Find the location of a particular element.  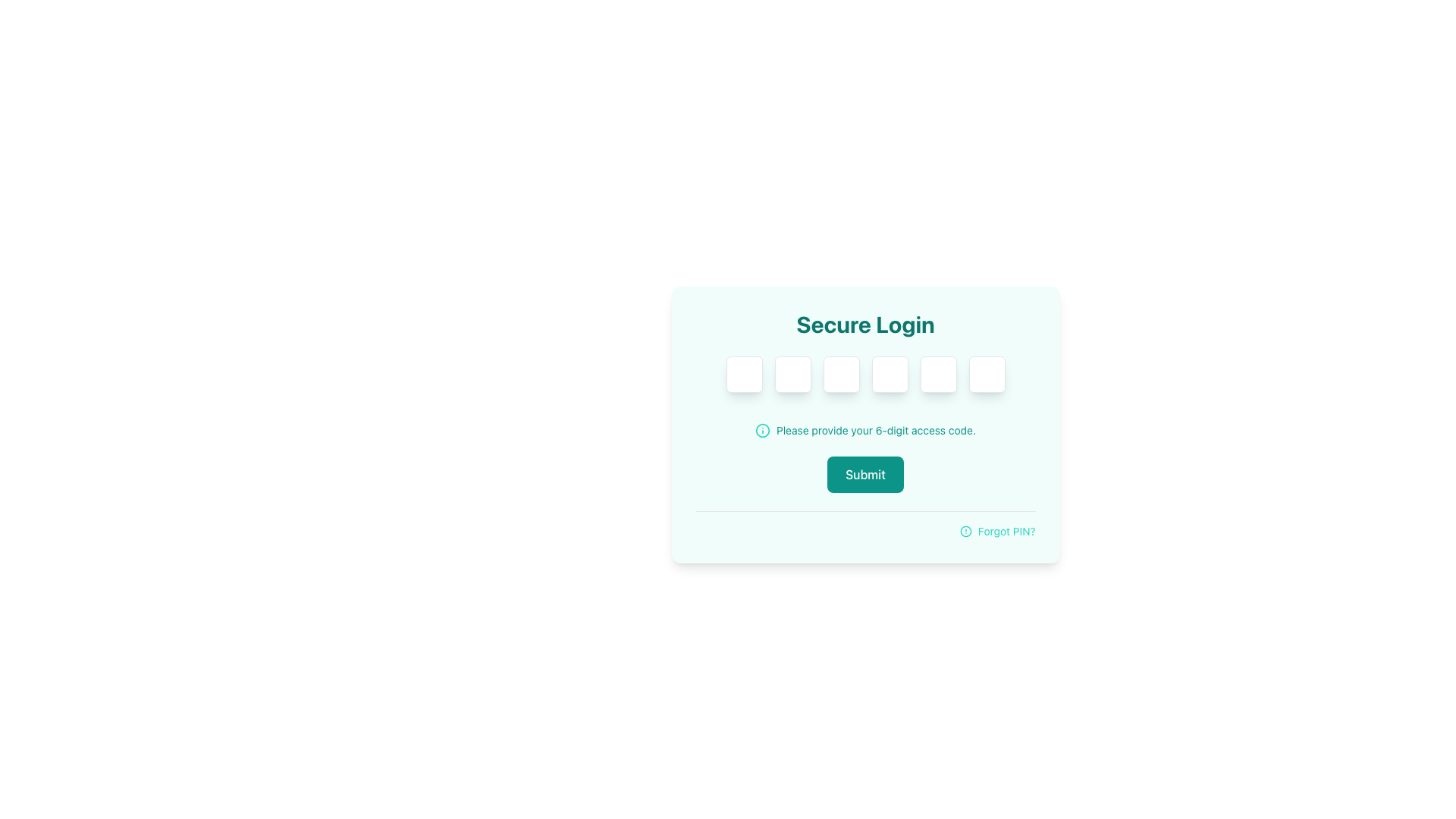

the circular icon with a teal outline that represents an information symbol, located to the left of the text 'Please provide your 6-digit access code.' is located at coordinates (763, 430).